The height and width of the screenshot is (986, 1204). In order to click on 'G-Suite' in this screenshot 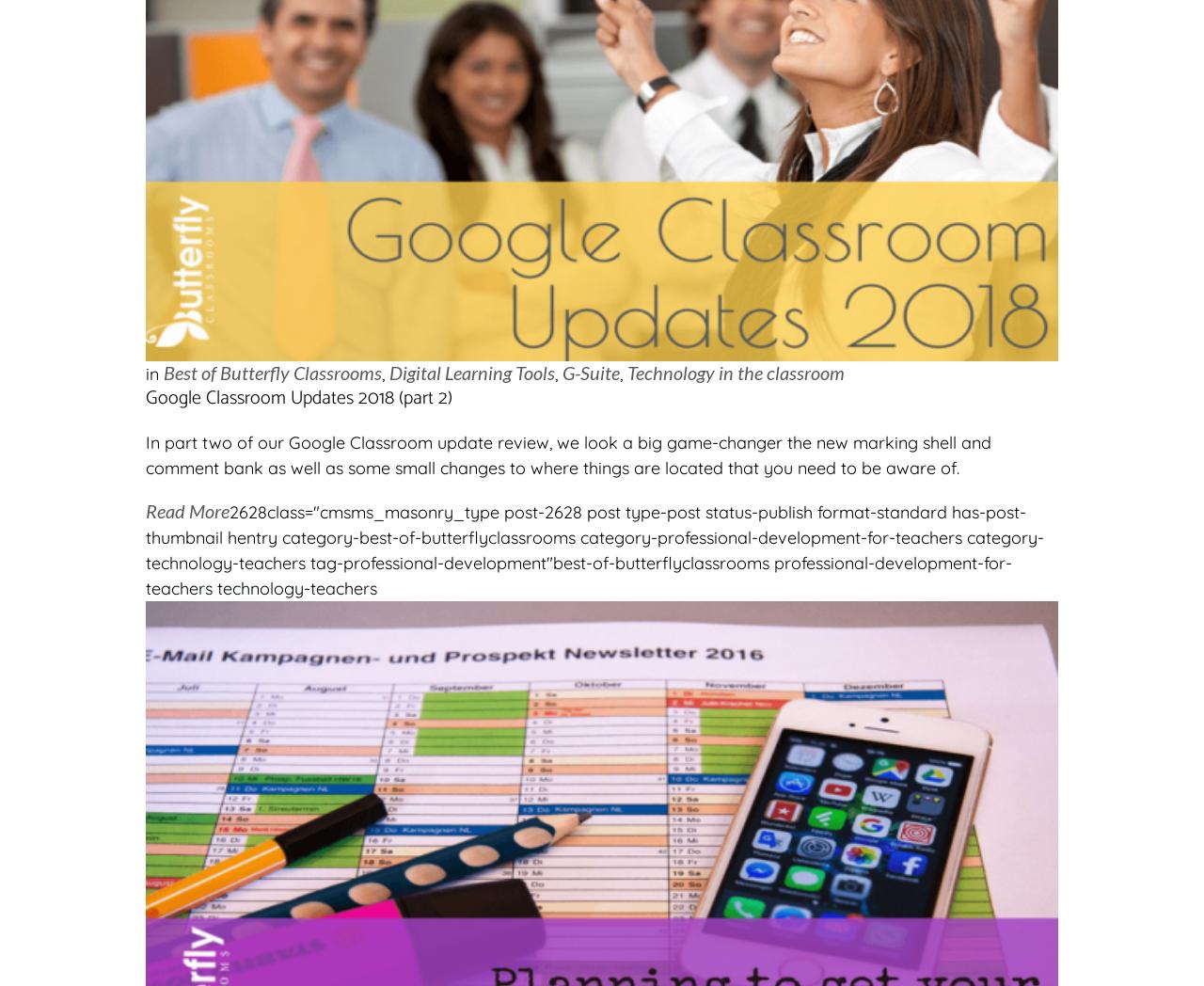, I will do `click(590, 371)`.